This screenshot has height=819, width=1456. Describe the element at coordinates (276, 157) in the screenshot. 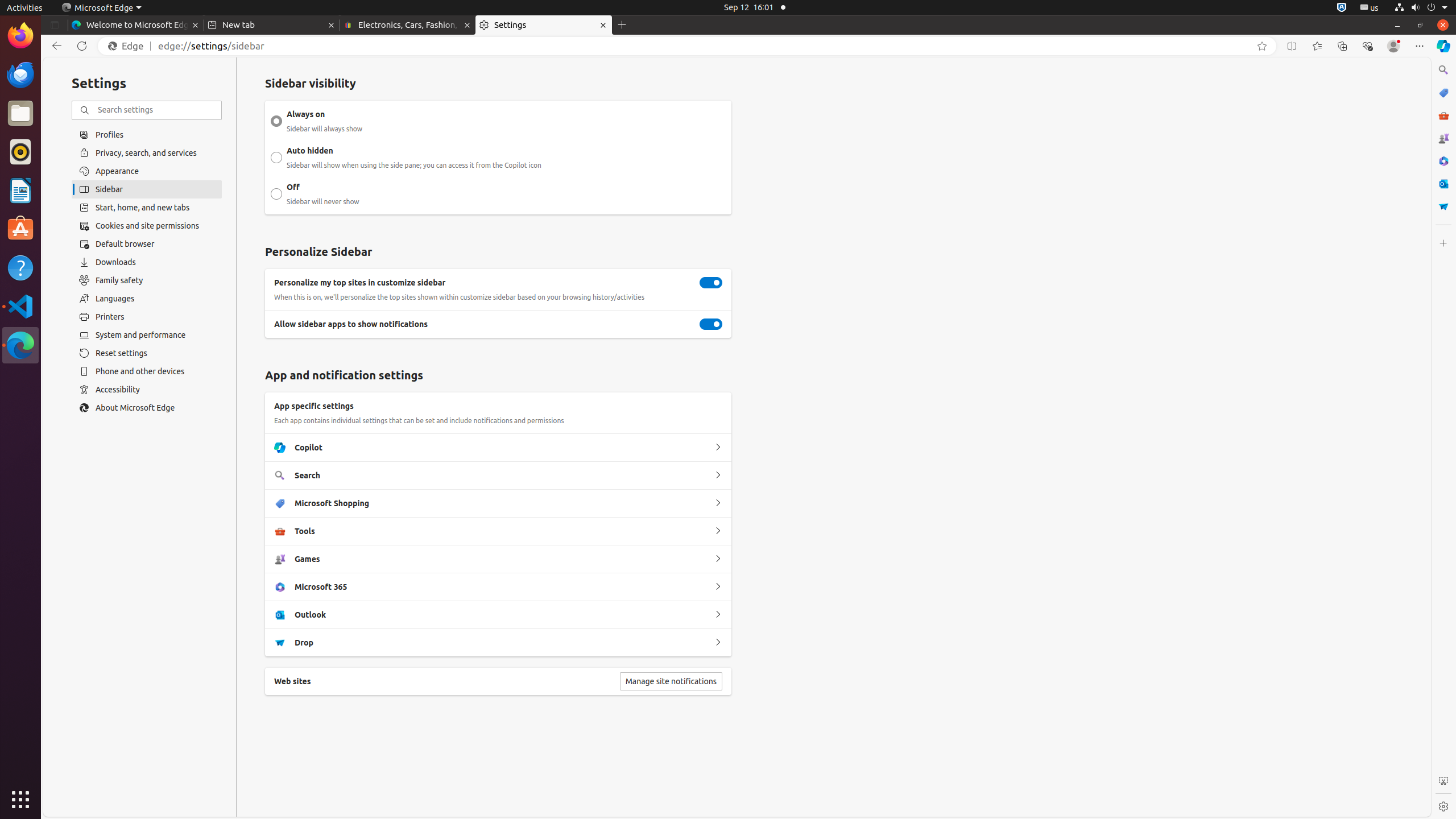

I see `'Auto hidden Sidebar will show when using the side pane; you can access it from the Copilot icon'` at that location.